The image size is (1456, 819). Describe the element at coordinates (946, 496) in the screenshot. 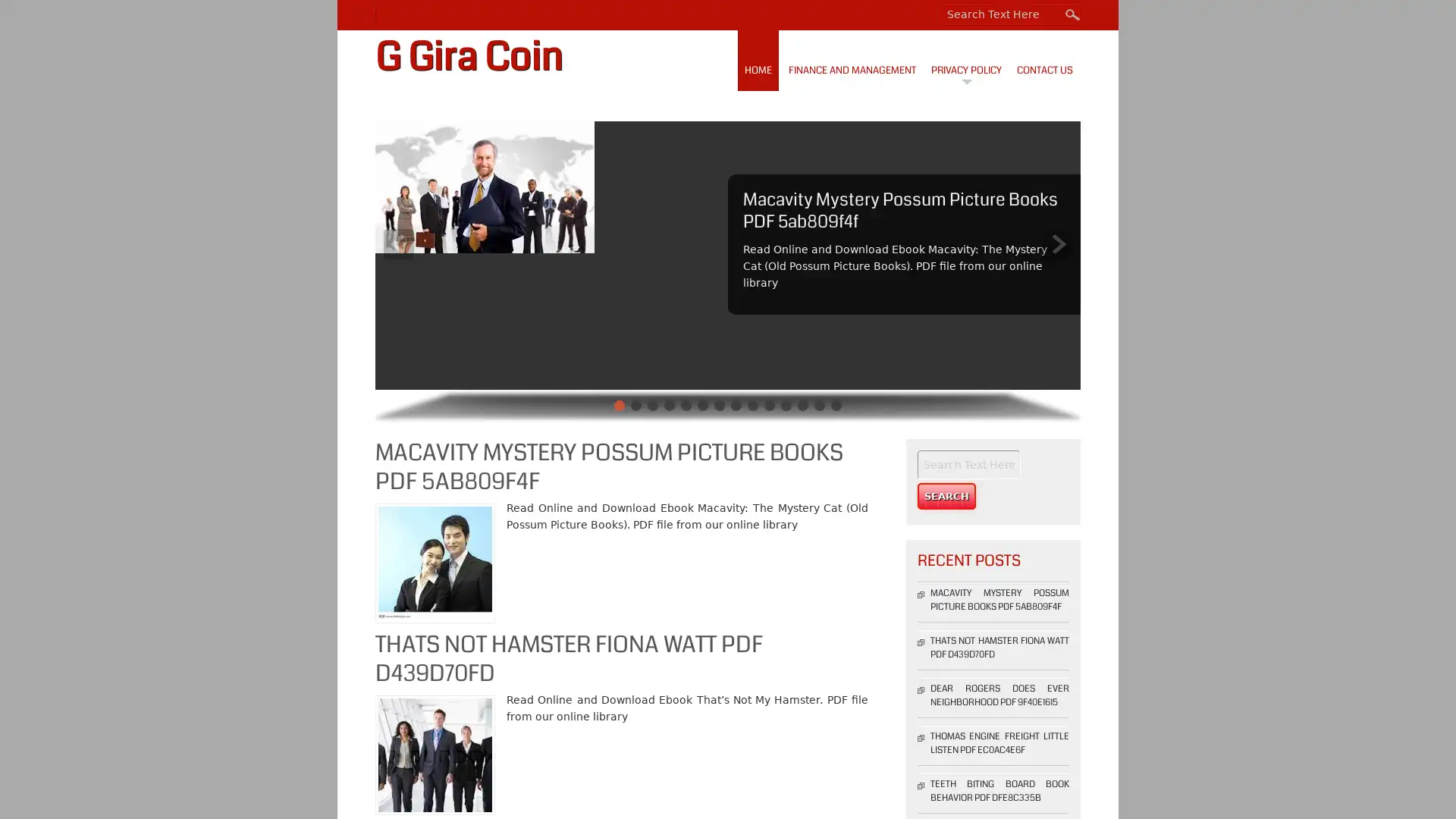

I see `Search` at that location.